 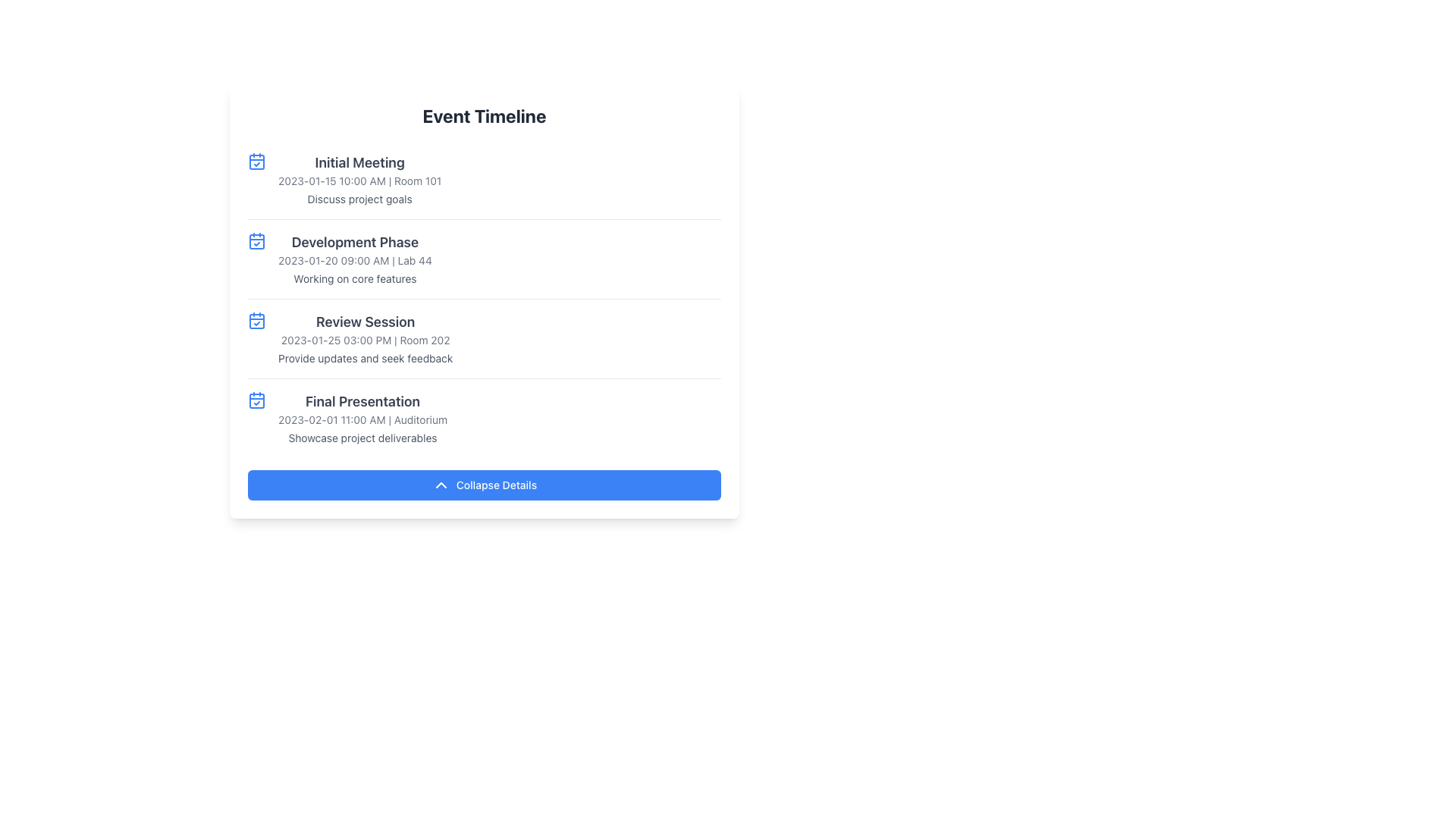 I want to click on the rectangular button with a blue background and white text saying 'Collapse Details', located at the bottom of the event timeline card, so click(x=483, y=485).